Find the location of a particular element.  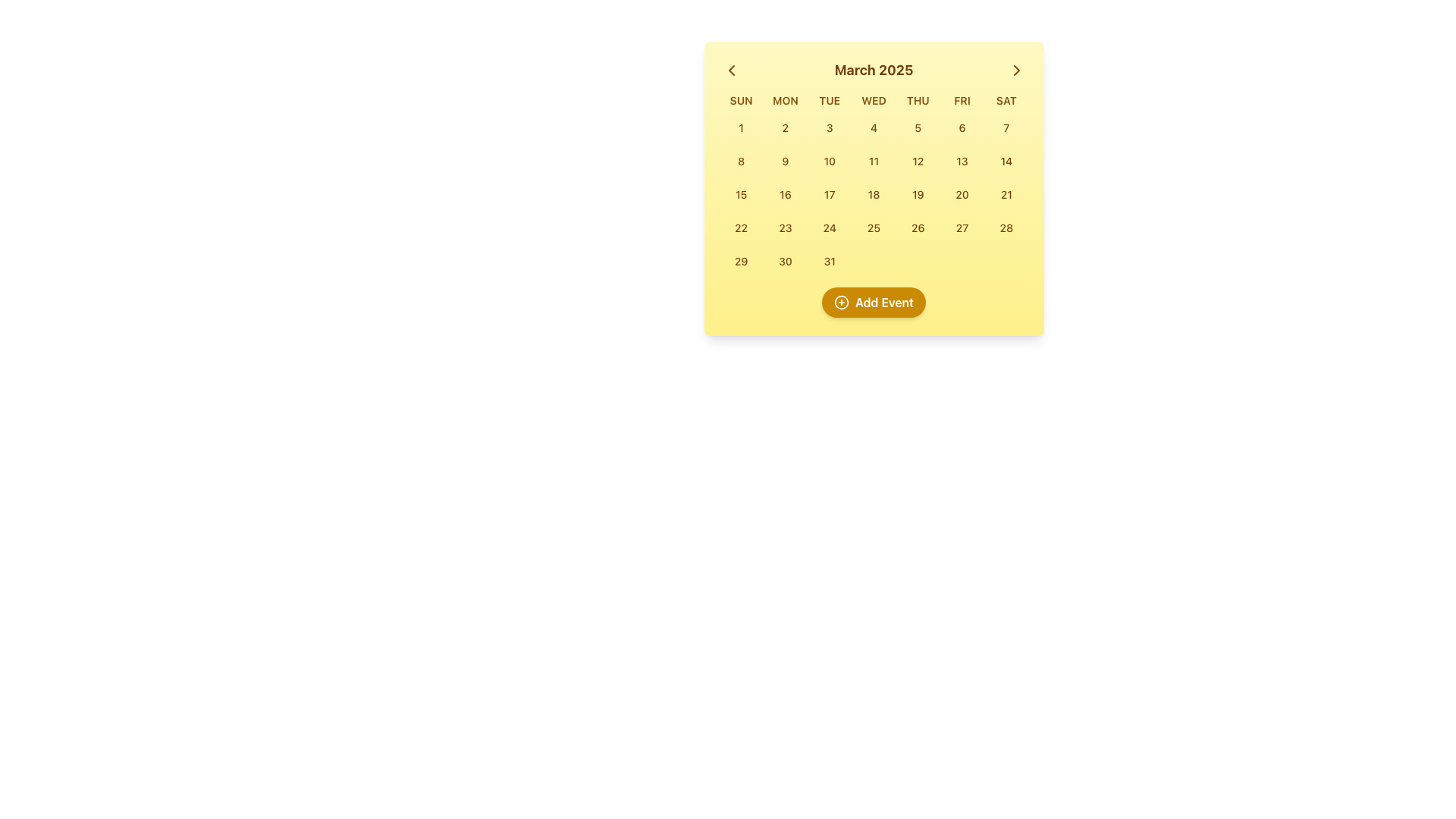

the button-like text element displaying the number '8' in the calendar grid is located at coordinates (741, 161).